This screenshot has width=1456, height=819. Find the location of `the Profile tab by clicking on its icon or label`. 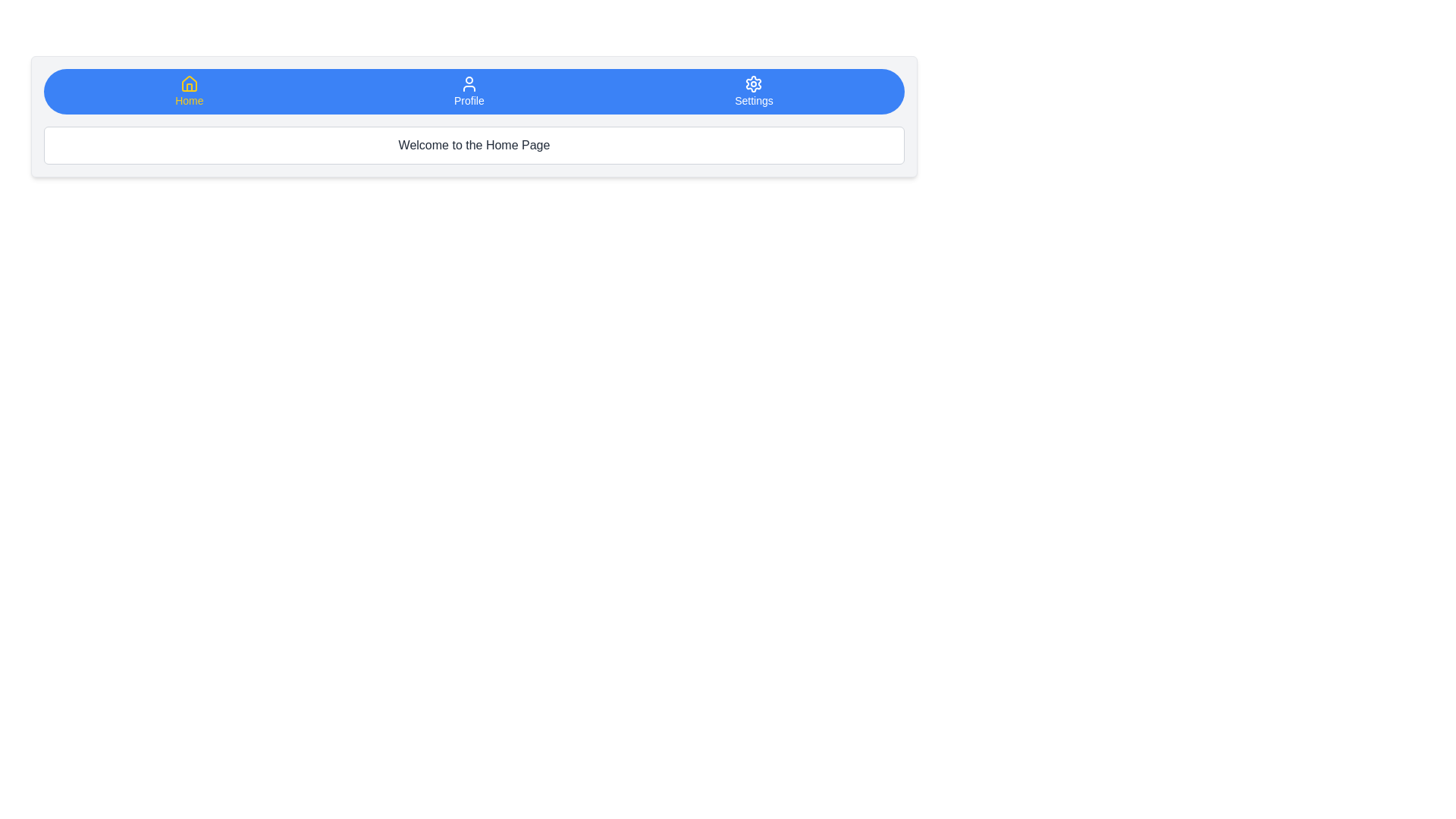

the Profile tab by clicking on its icon or label is located at coordinates (468, 91).